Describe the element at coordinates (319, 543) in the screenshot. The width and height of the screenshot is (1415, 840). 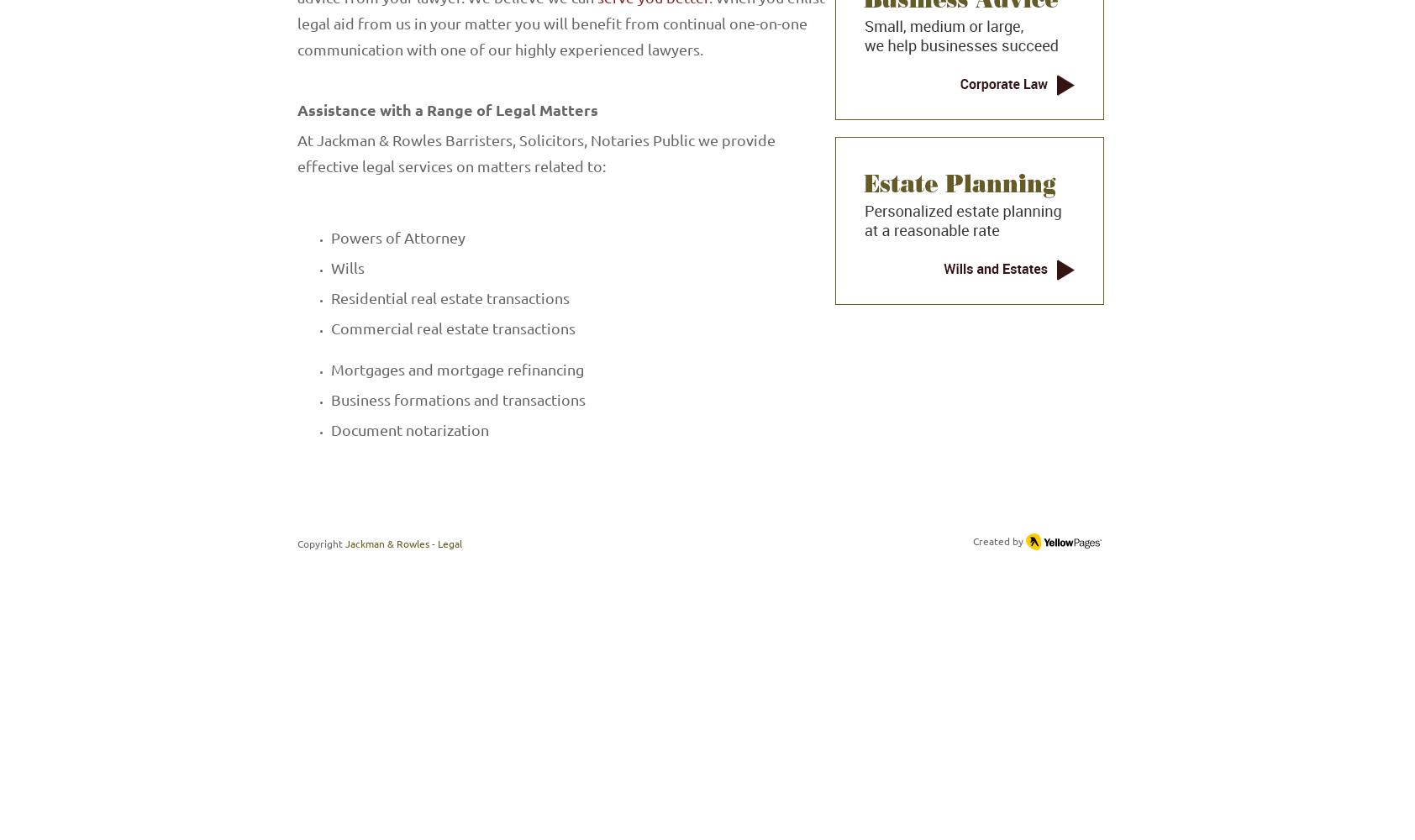
I see `'Copyright'` at that location.